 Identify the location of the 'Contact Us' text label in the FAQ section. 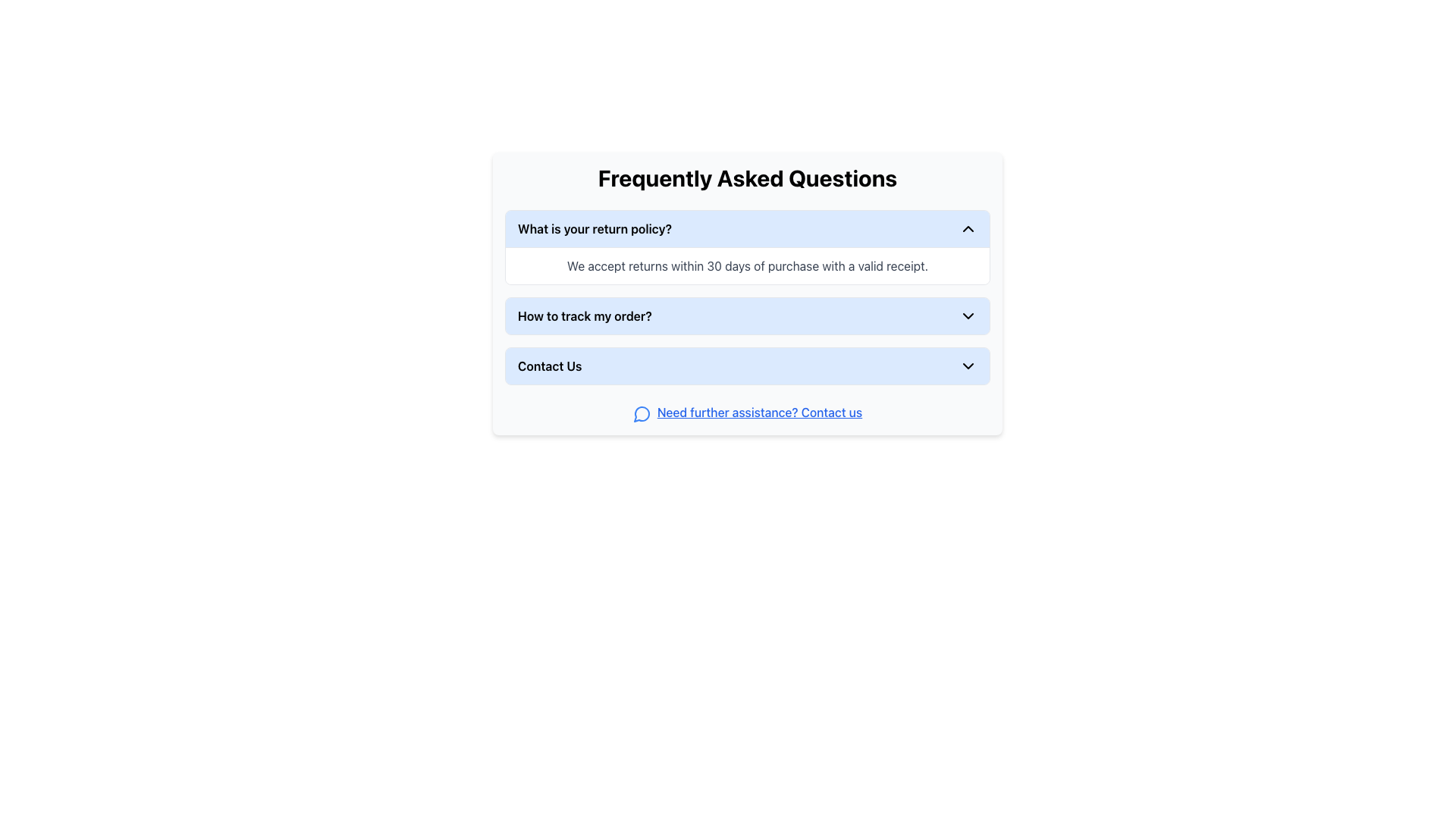
(549, 366).